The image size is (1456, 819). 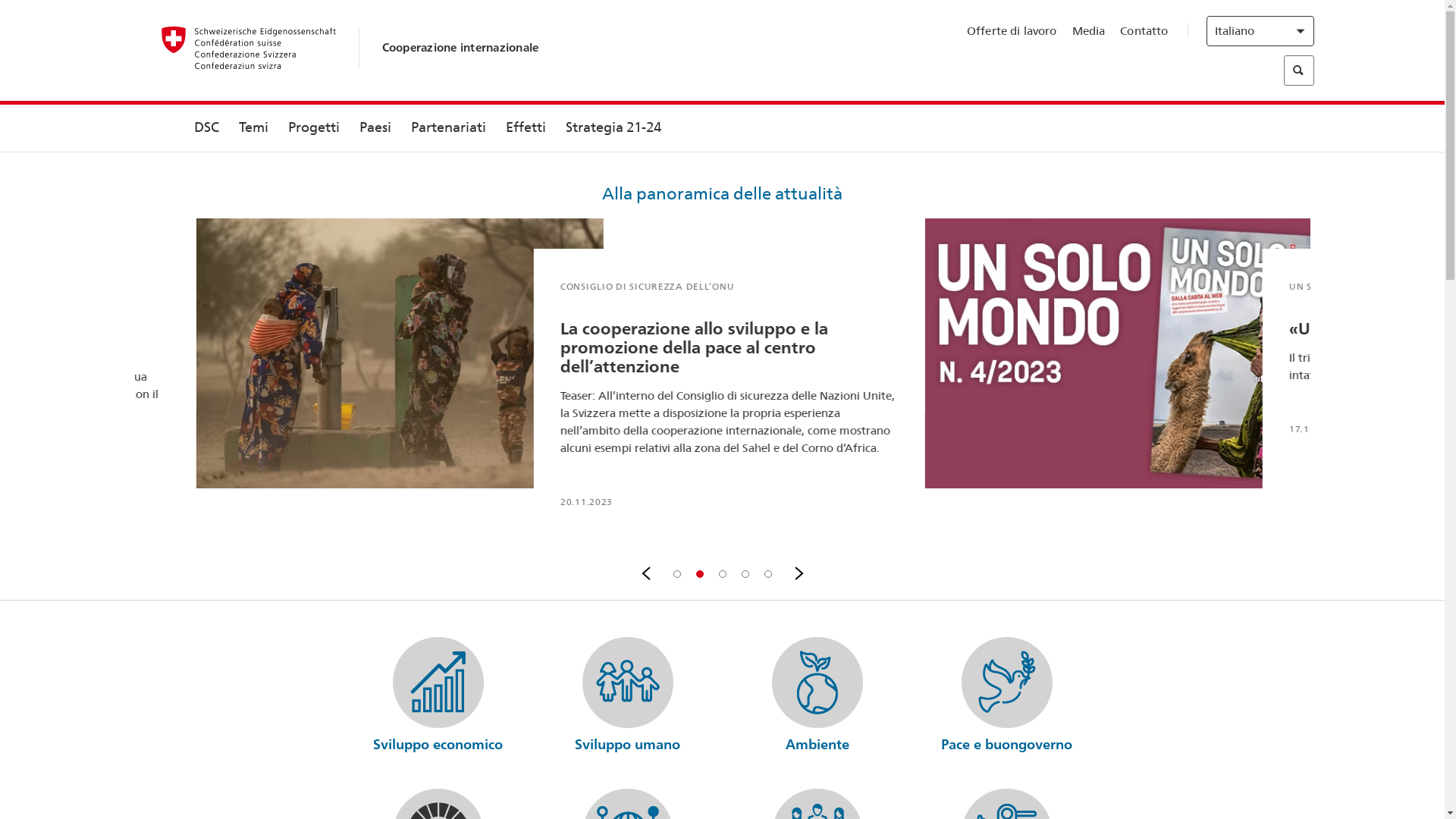 I want to click on 'Contatto', so click(x=1144, y=31).